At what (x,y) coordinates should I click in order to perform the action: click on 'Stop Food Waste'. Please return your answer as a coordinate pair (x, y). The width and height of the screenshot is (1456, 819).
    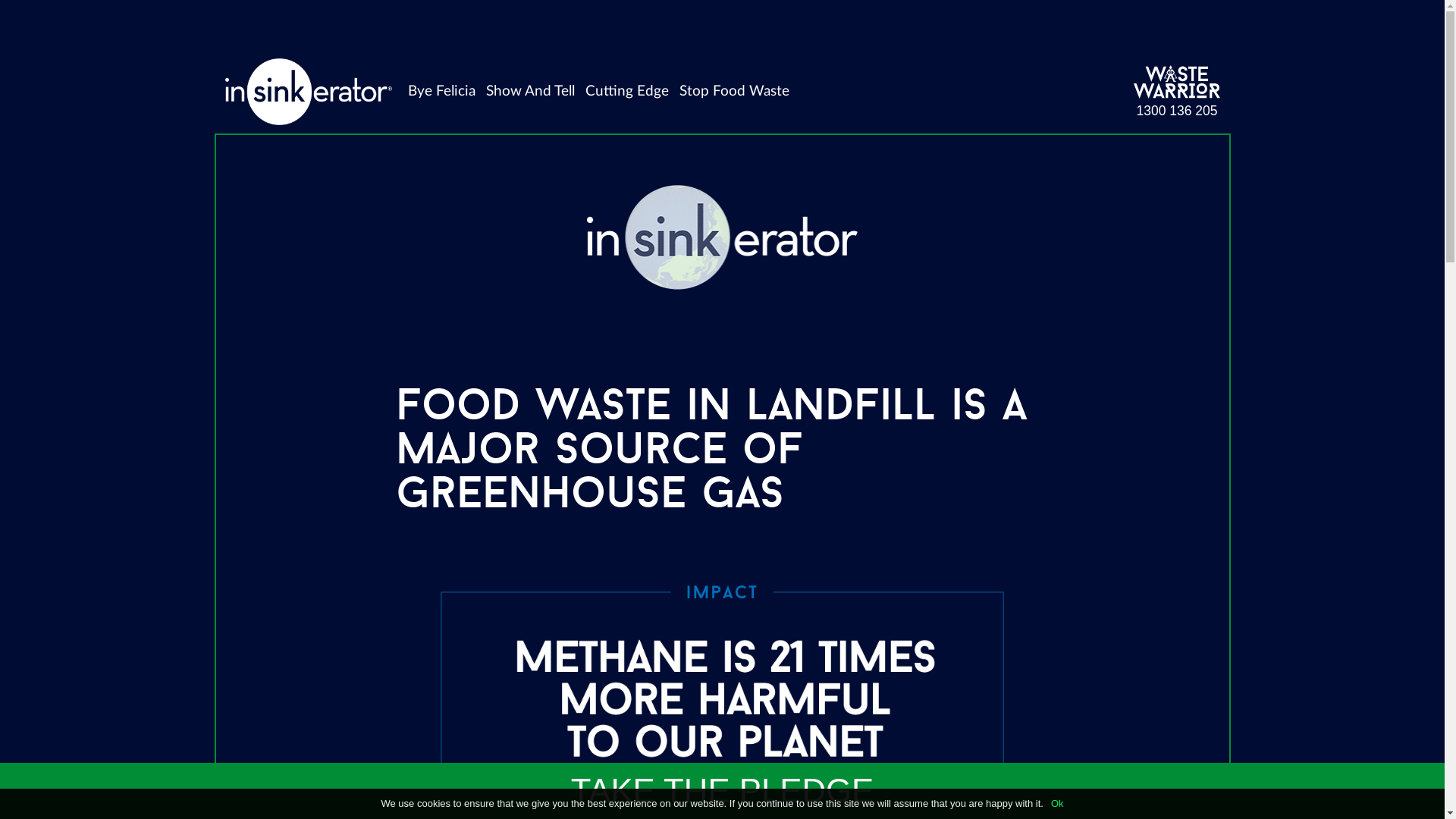
    Looking at the image, I should click on (673, 91).